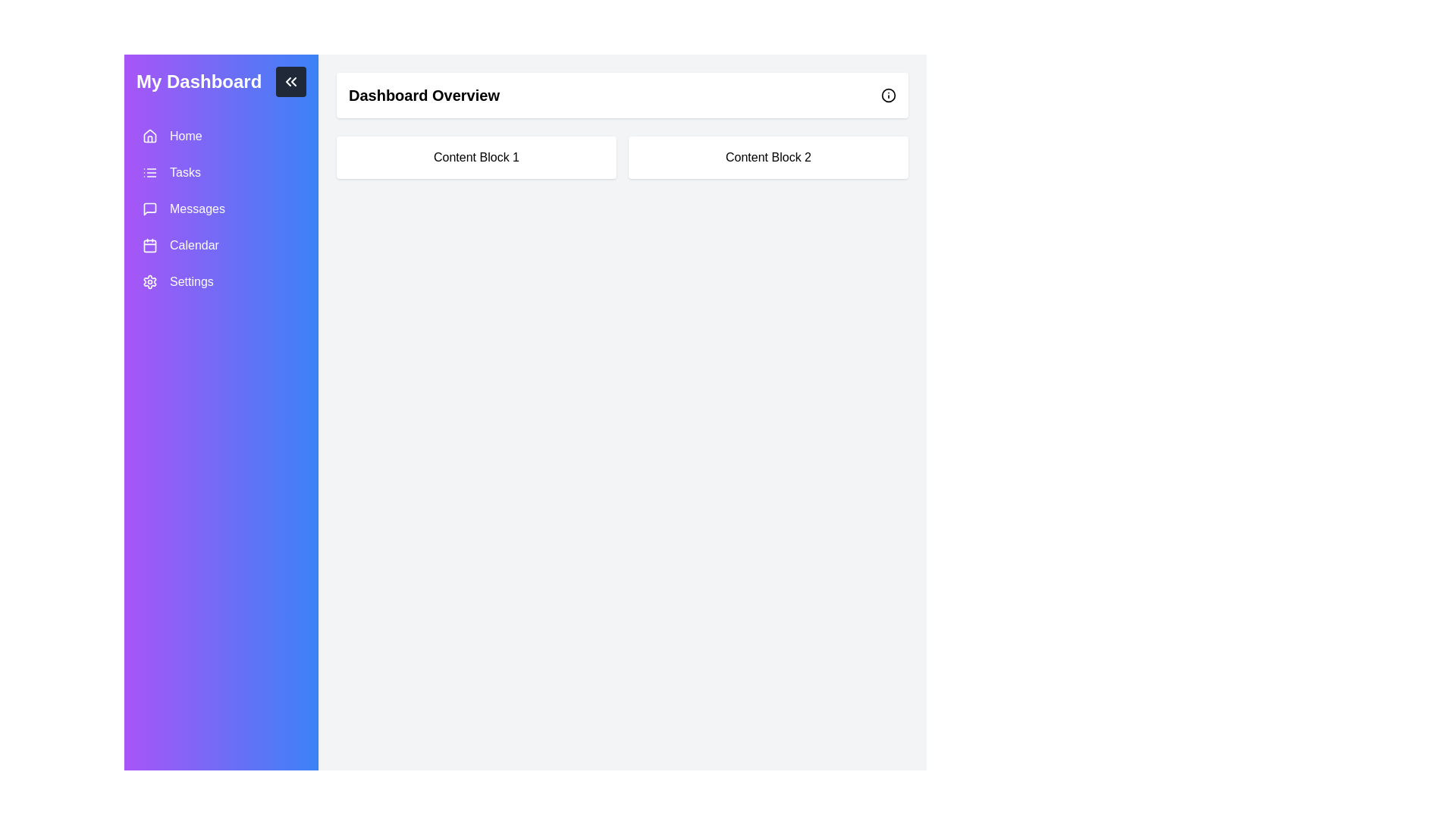 The width and height of the screenshot is (1456, 819). What do you see at coordinates (198, 82) in the screenshot?
I see `the 'My Dashboard' text label, which is styled in a large, bold font and located in the upper section of the gradient sidebar on the left` at bounding box center [198, 82].